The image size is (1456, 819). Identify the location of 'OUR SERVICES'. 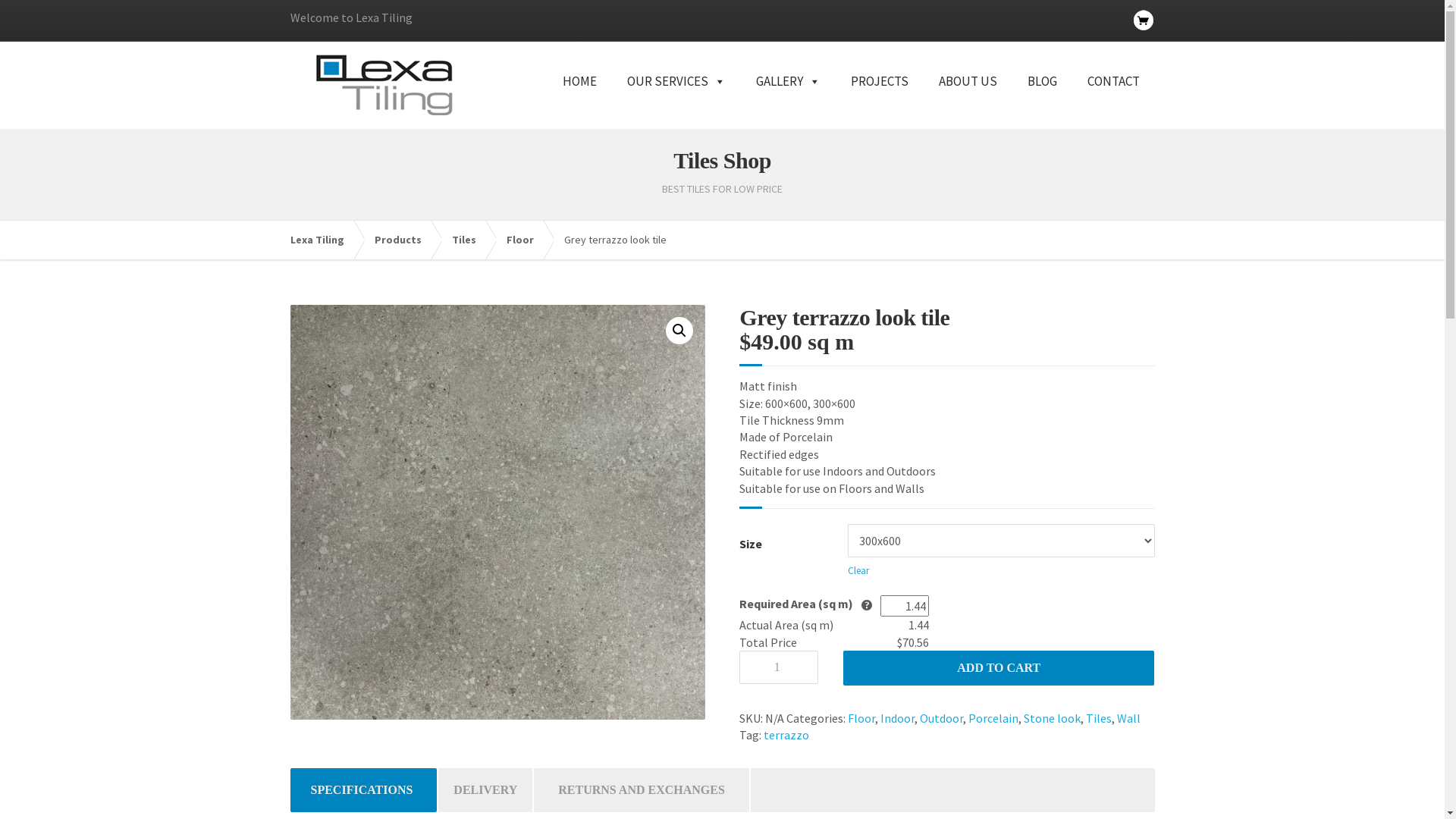
(675, 99).